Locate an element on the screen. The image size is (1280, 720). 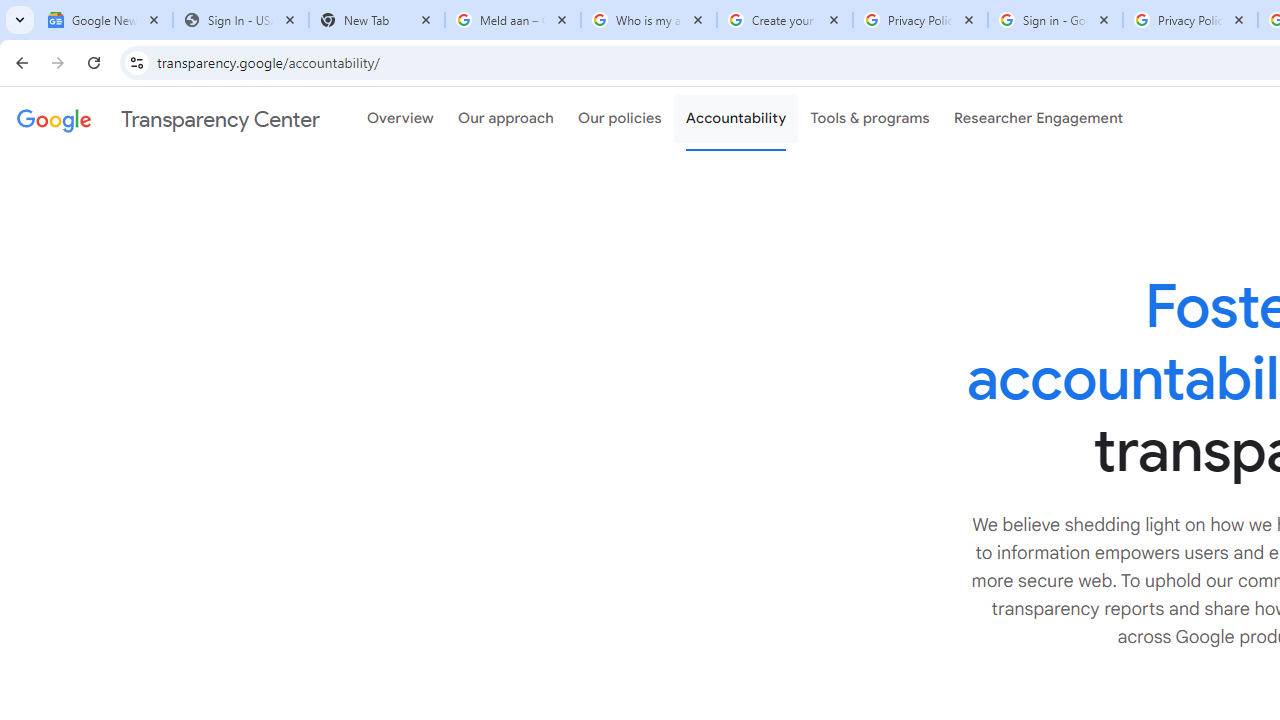
'Google News' is located at coordinates (103, 20).